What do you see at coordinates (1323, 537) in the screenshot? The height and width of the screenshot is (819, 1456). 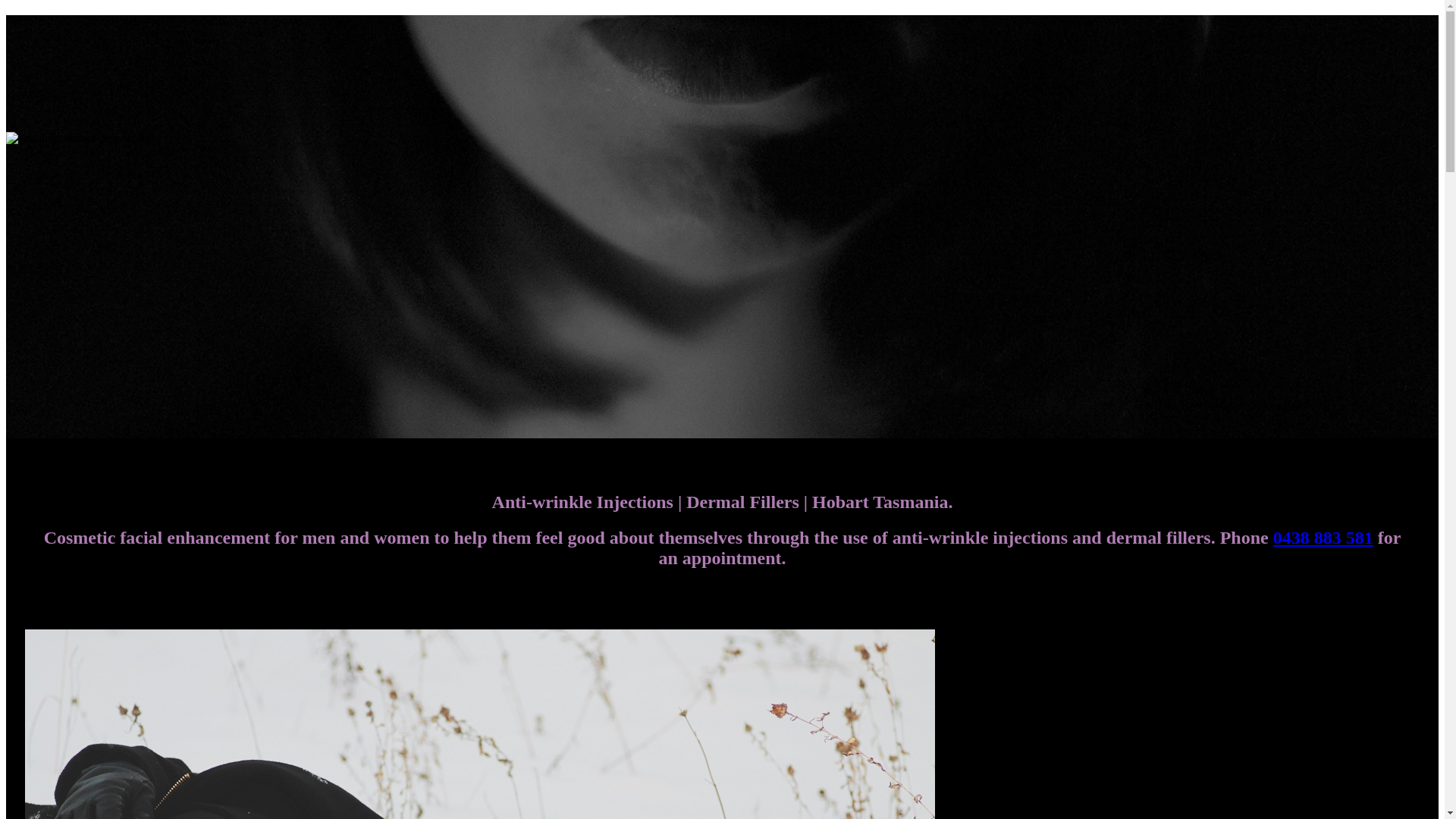 I see `'0438 883 581'` at bounding box center [1323, 537].